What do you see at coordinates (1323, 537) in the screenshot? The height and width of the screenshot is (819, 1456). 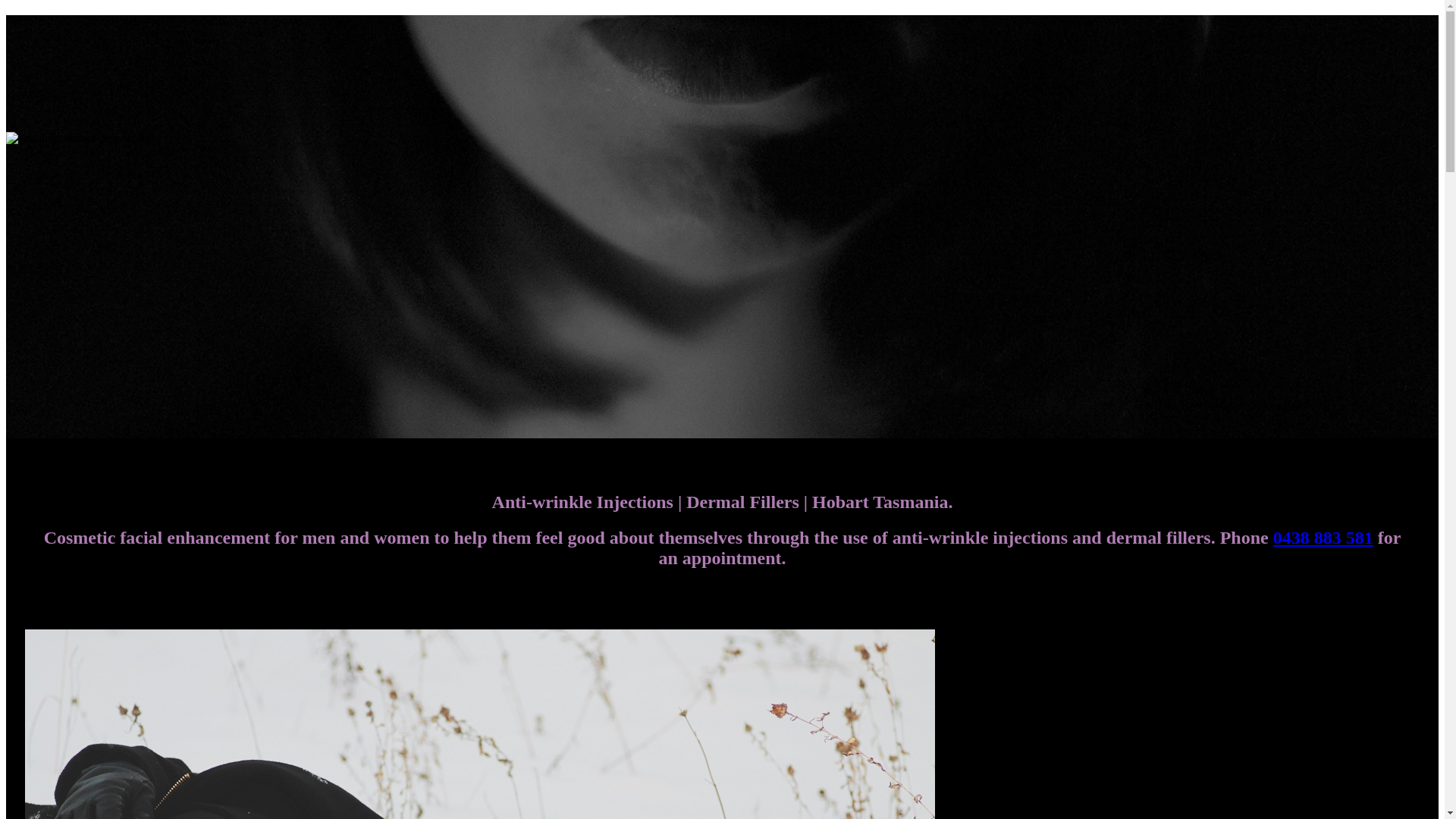 I see `'0438 883 581'` at bounding box center [1323, 537].